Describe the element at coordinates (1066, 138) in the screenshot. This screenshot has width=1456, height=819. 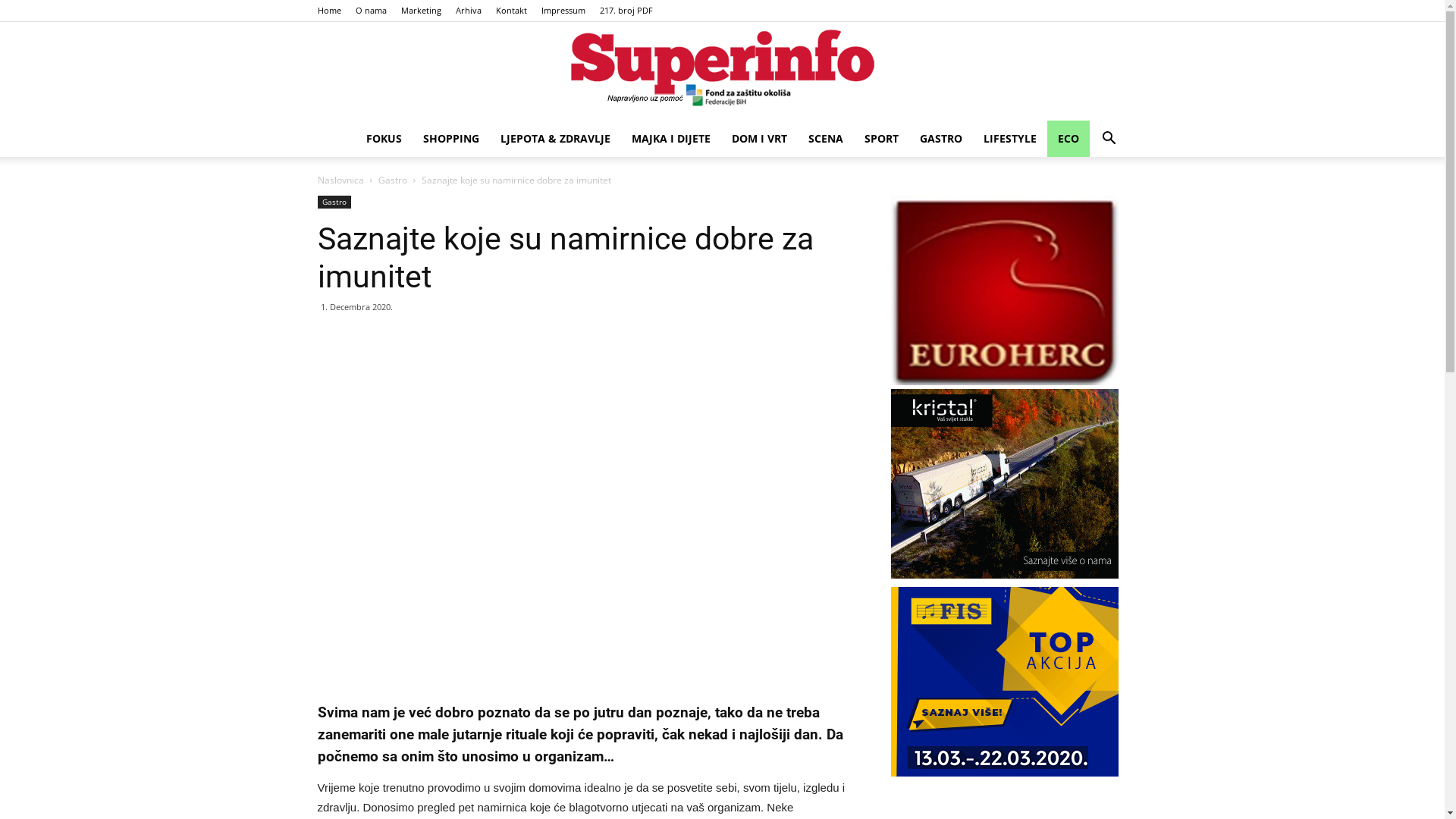
I see `'ECO'` at that location.